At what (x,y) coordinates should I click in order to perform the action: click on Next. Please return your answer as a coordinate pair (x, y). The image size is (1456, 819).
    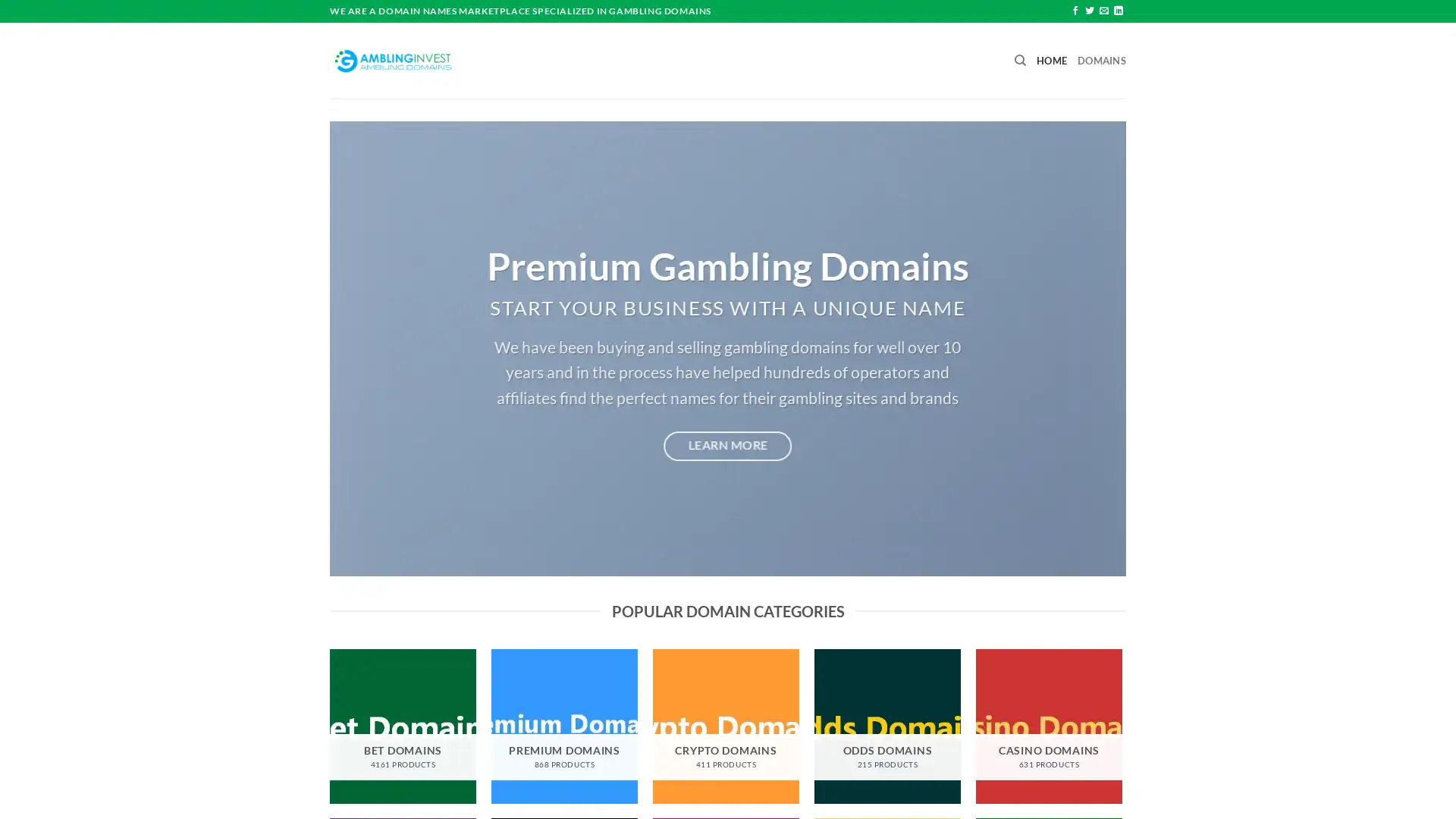
    Looking at the image, I should click on (1121, 731).